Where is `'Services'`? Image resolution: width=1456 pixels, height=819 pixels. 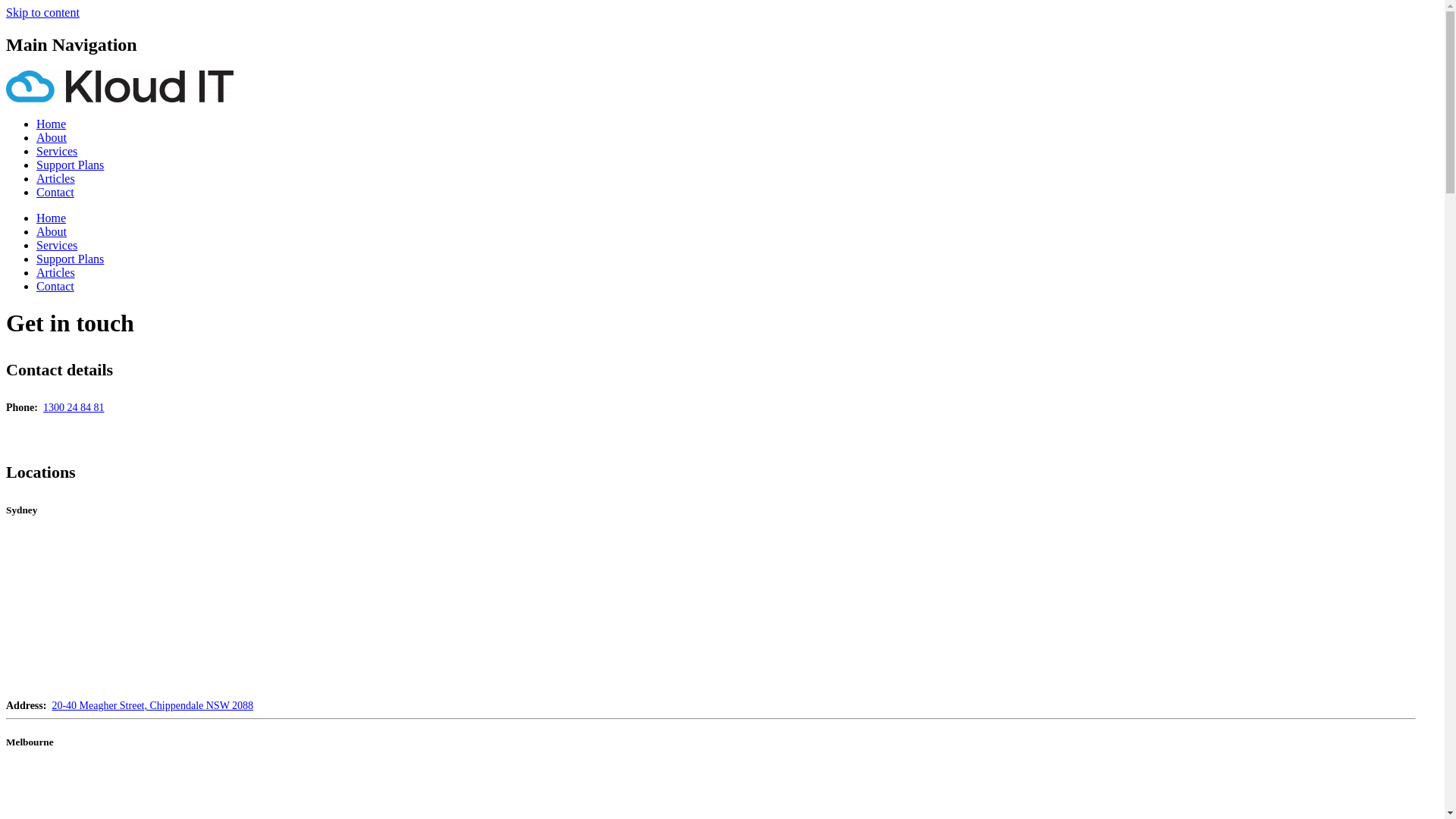 'Services' is located at coordinates (57, 244).